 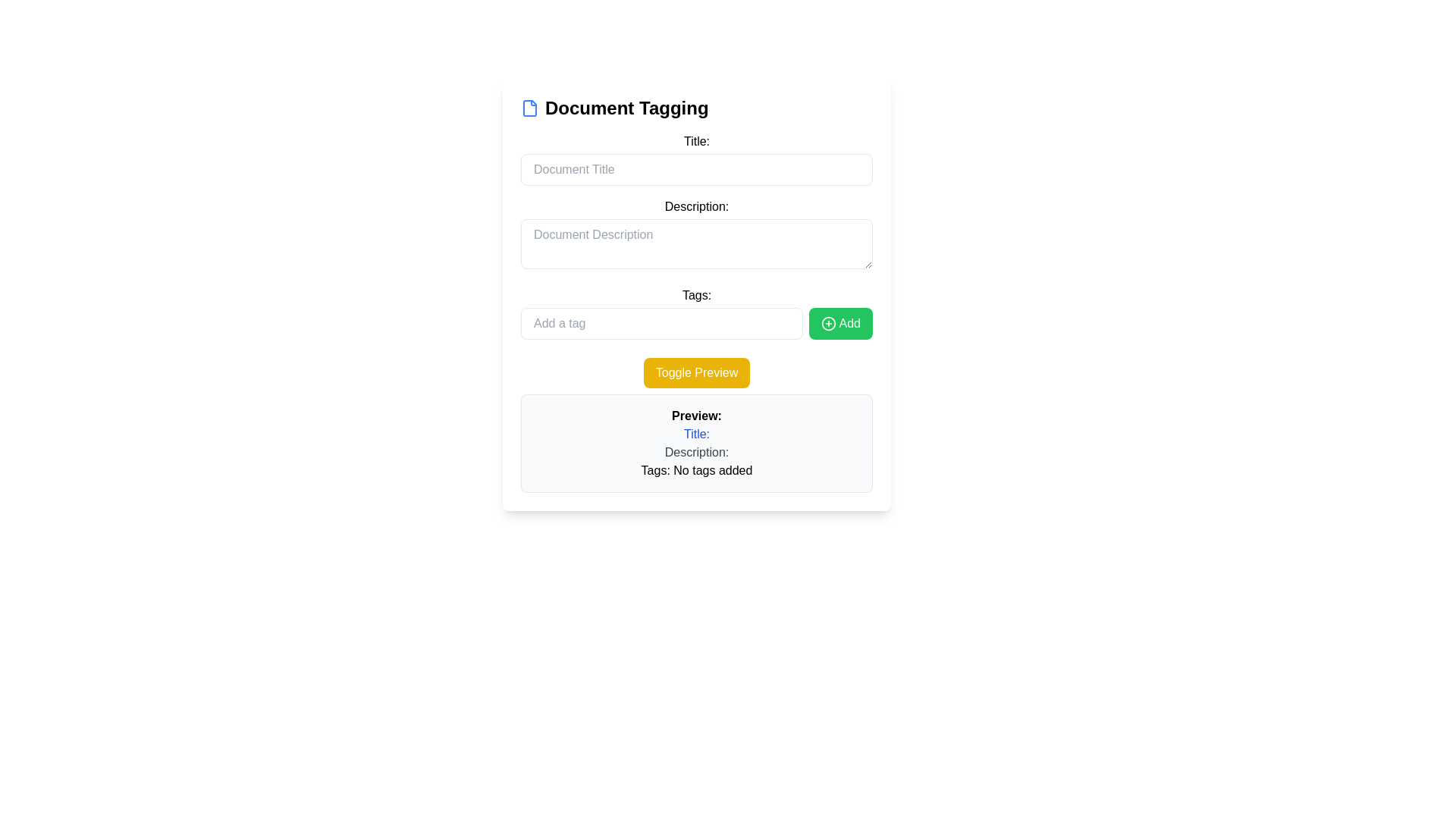 What do you see at coordinates (827, 323) in the screenshot?
I see `the green circular icon with a plus symbol inside, located to the left of the 'Add' button label` at bounding box center [827, 323].